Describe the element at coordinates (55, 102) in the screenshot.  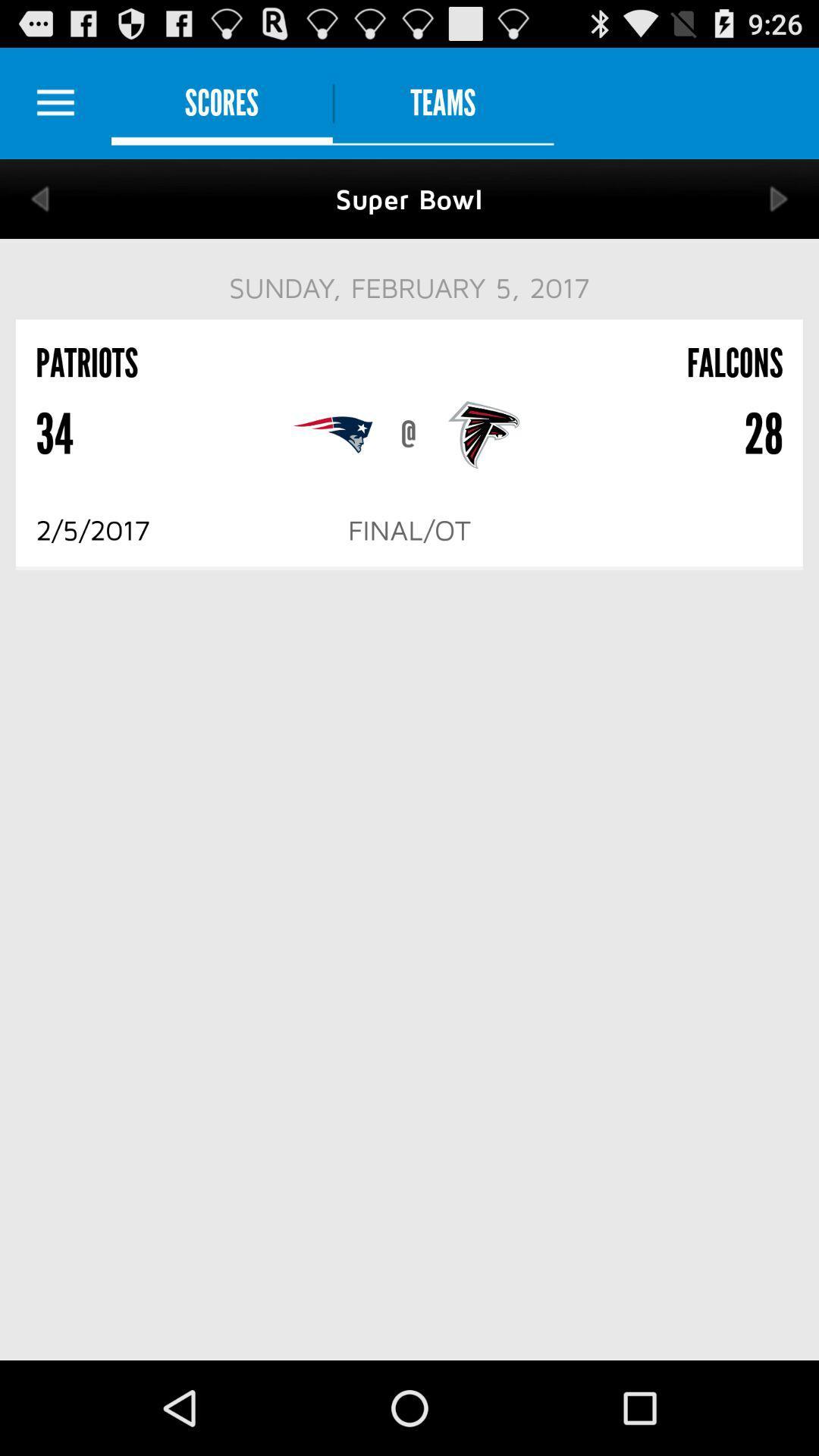
I see `menu option` at that location.